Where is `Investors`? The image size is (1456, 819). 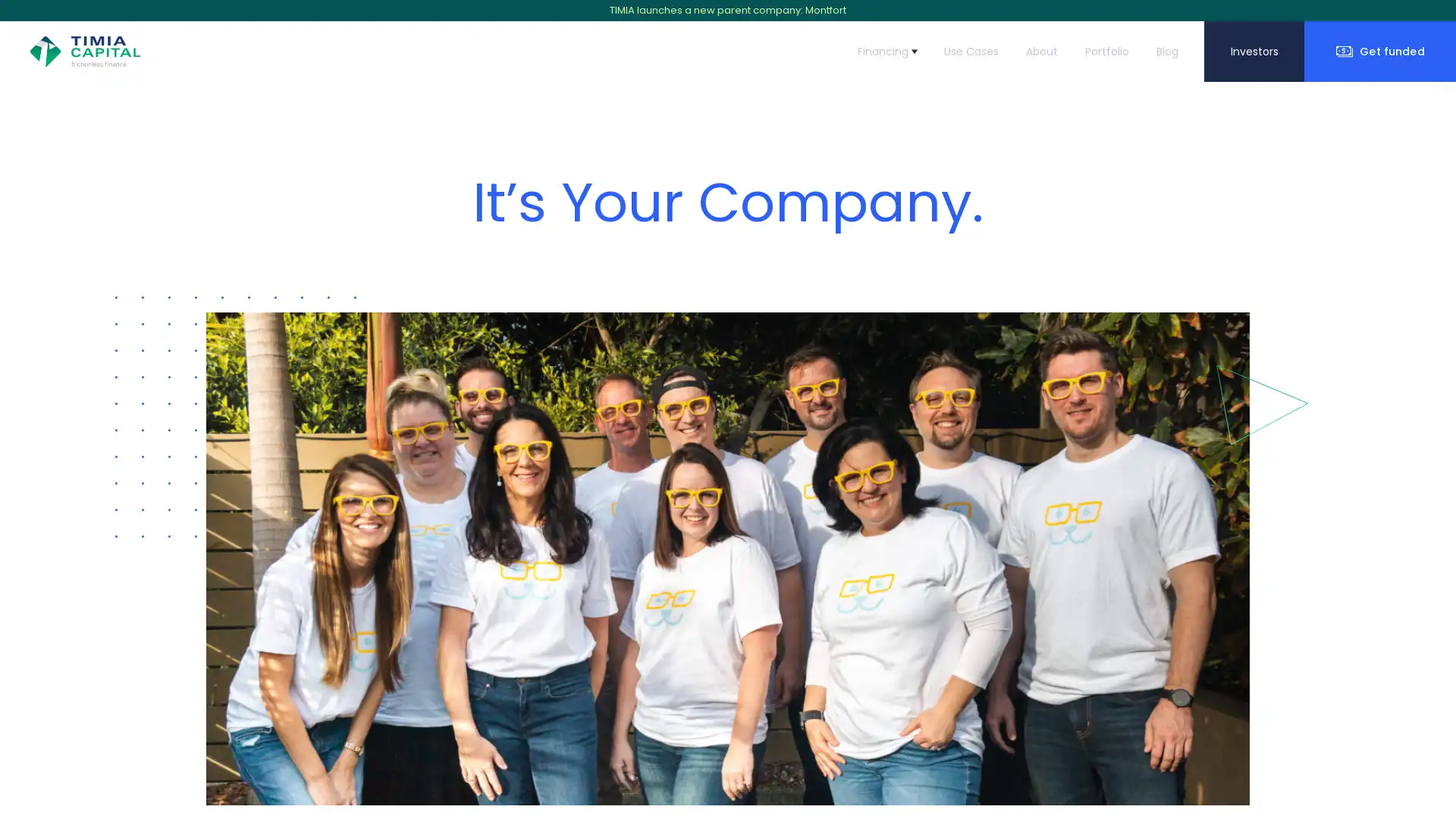 Investors is located at coordinates (1254, 51).